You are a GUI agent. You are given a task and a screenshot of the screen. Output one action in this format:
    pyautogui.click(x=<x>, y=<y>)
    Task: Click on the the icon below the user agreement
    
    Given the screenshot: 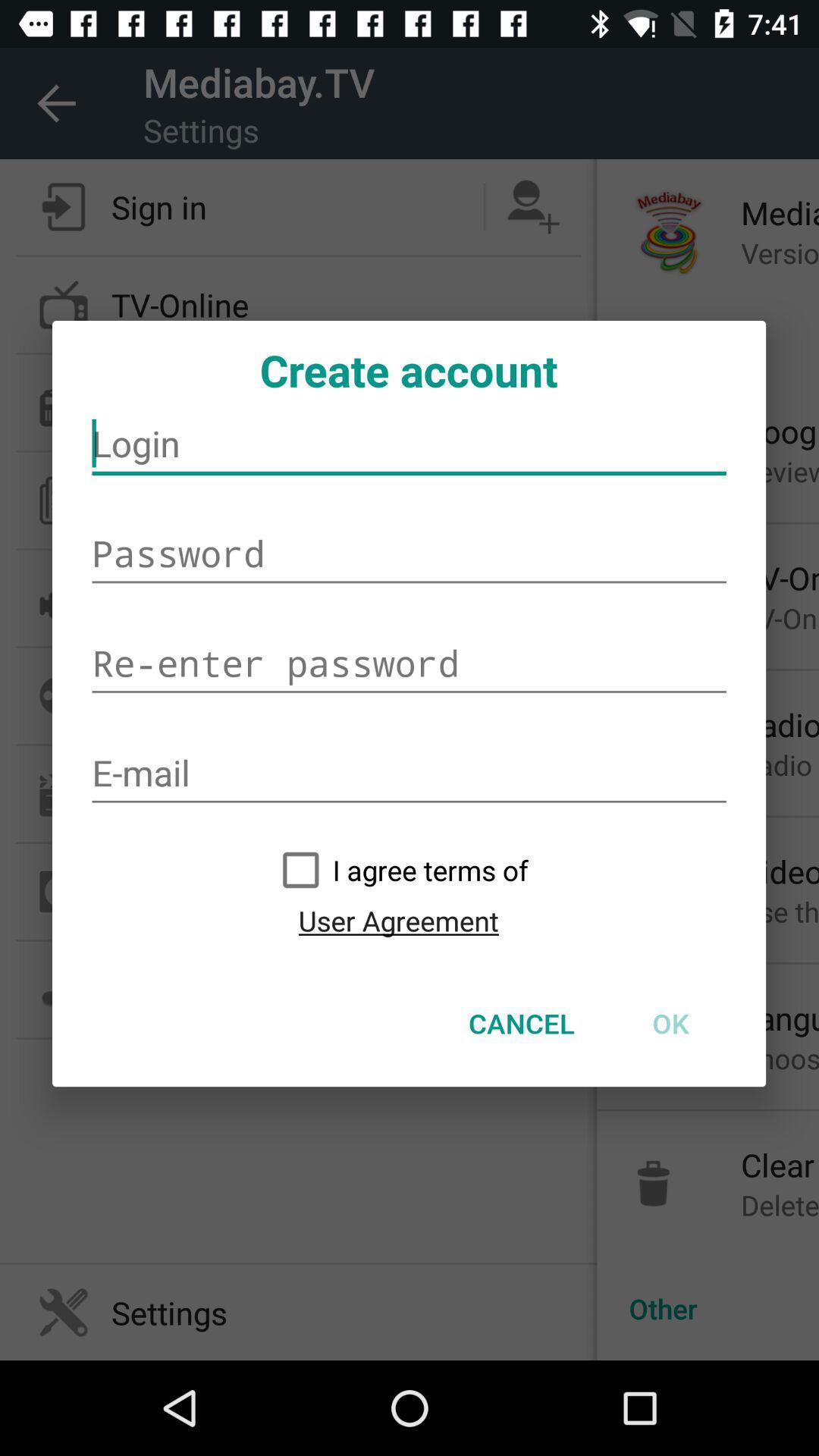 What is the action you would take?
    pyautogui.click(x=521, y=1023)
    